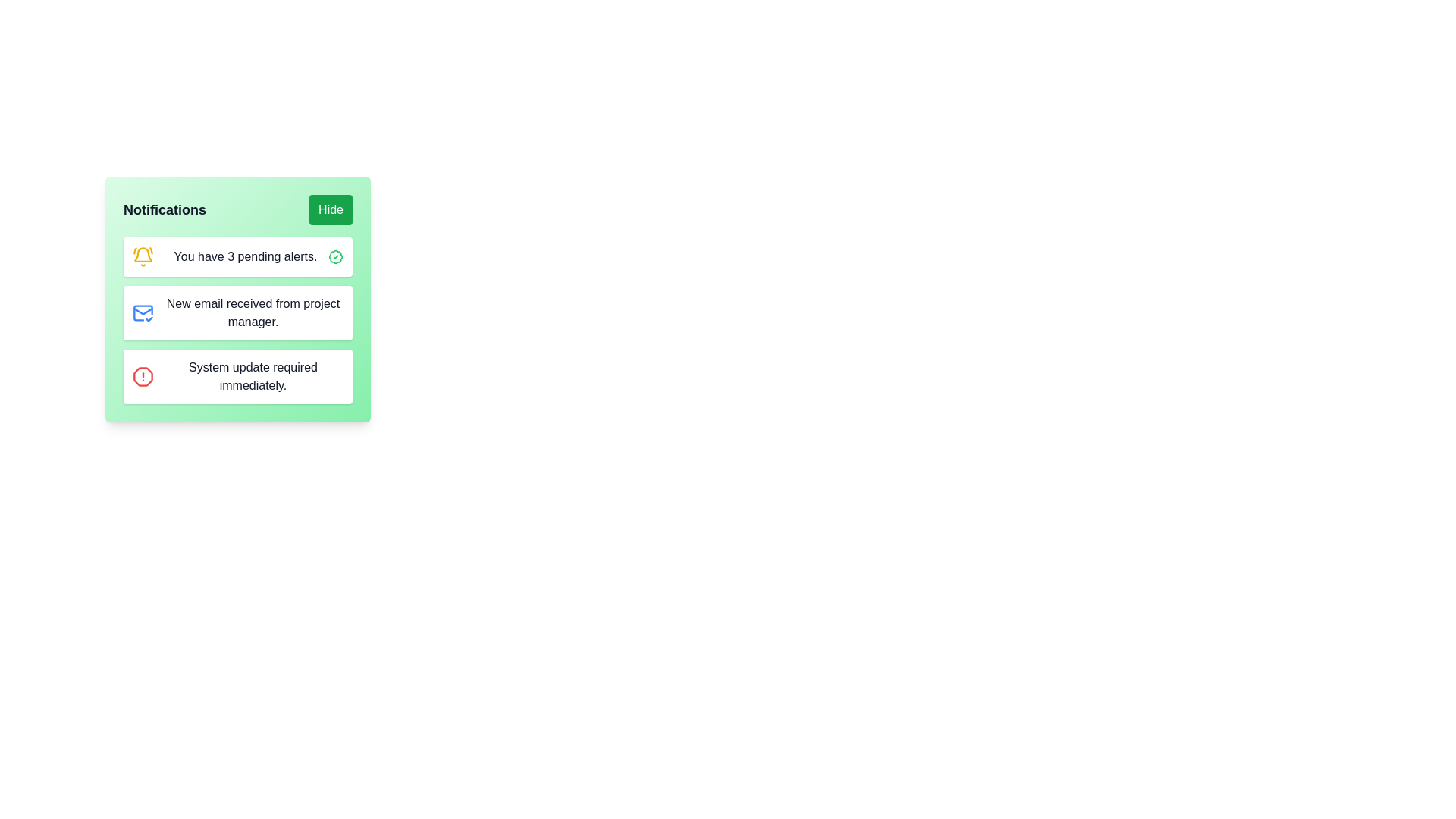  Describe the element at coordinates (237, 256) in the screenshot. I see `the Notification tile located in the notification panel, which is the topmost entry under the 'Notifications' header` at that location.